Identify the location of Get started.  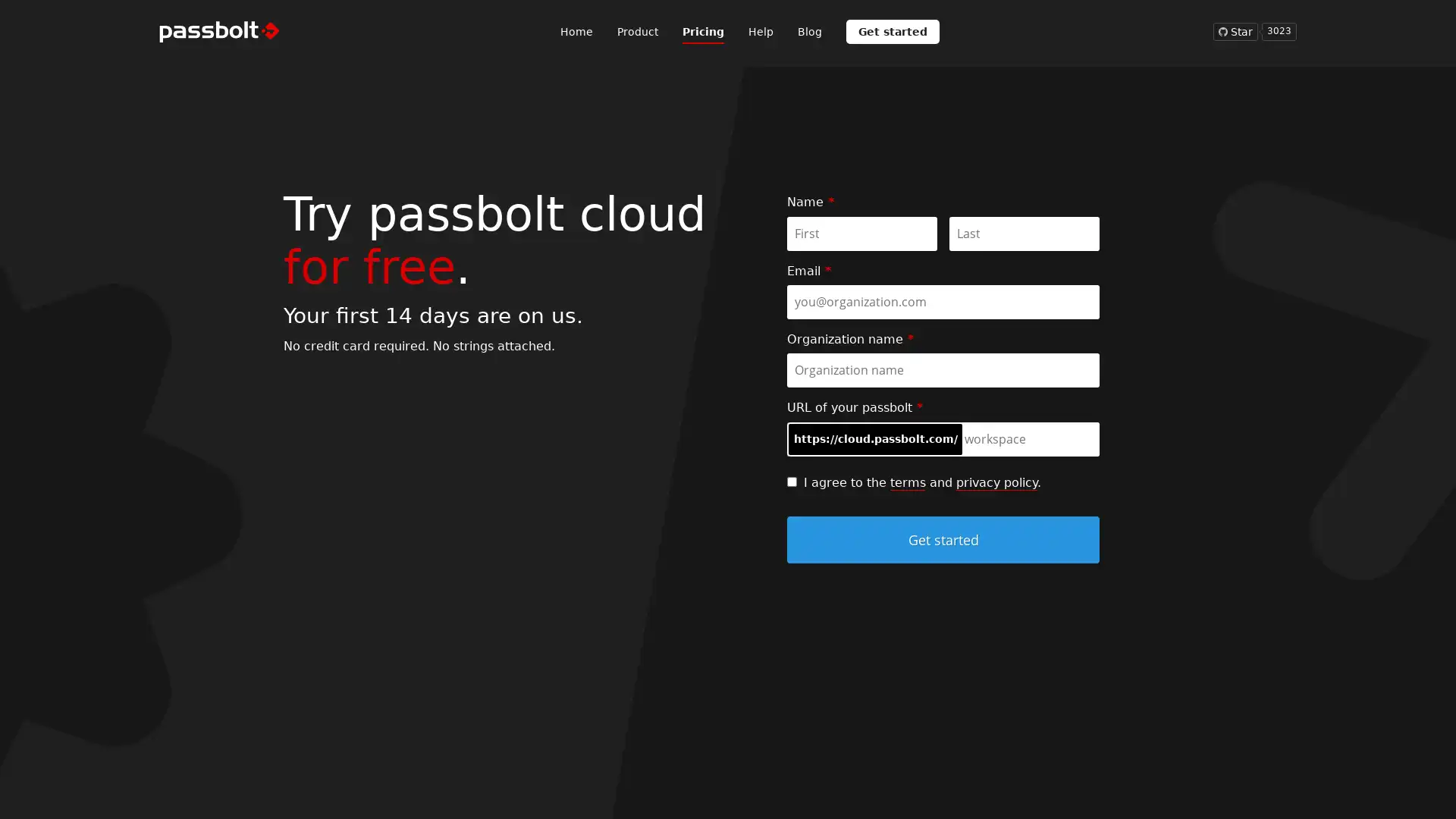
(893, 31).